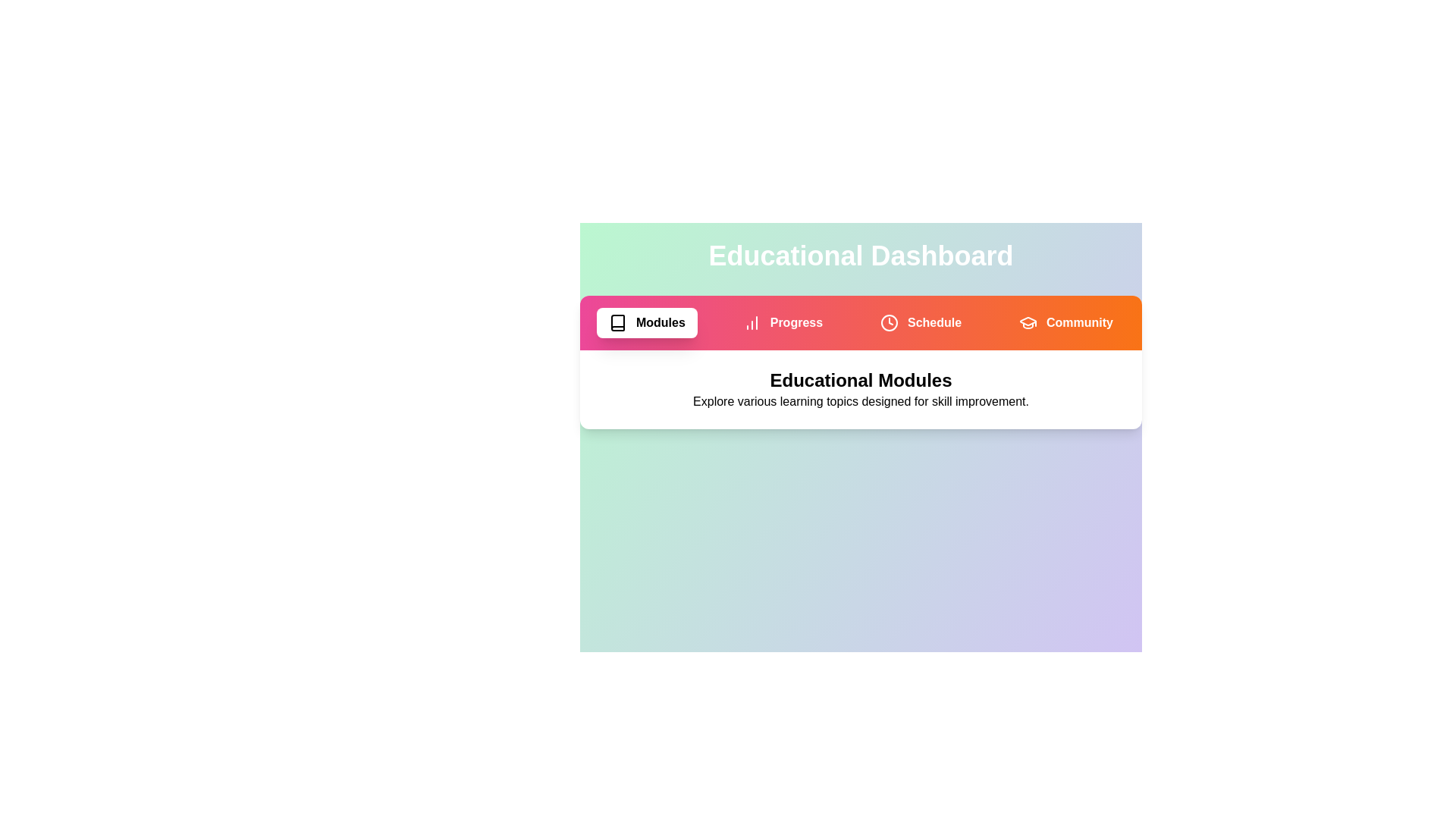  What do you see at coordinates (861, 388) in the screenshot?
I see `the Text Group (Header and Description) for the 'Educational Modules' section, which is visually distinct and prominently placed below the navigation bar` at bounding box center [861, 388].